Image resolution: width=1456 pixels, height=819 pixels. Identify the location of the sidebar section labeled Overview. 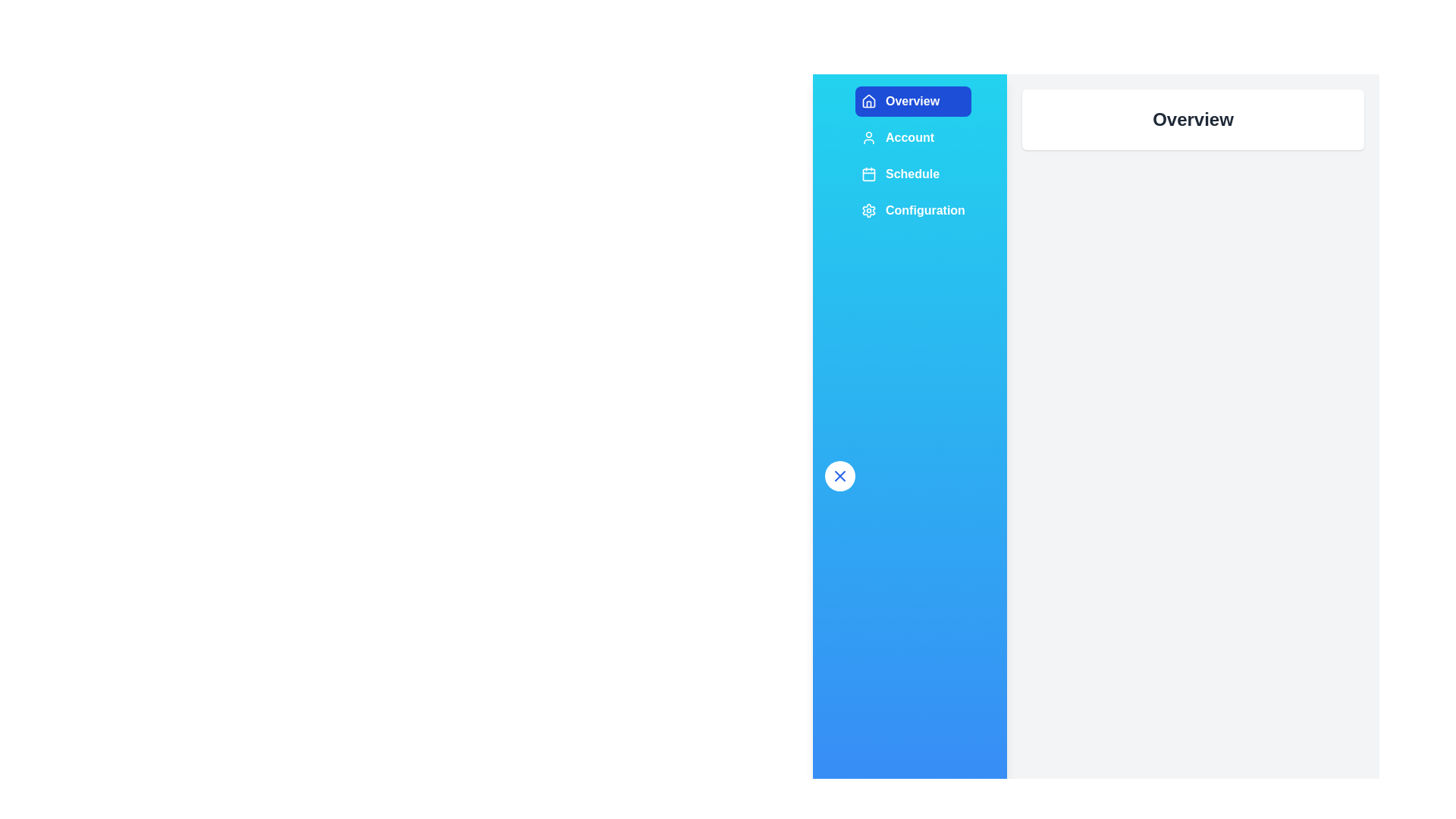
(912, 102).